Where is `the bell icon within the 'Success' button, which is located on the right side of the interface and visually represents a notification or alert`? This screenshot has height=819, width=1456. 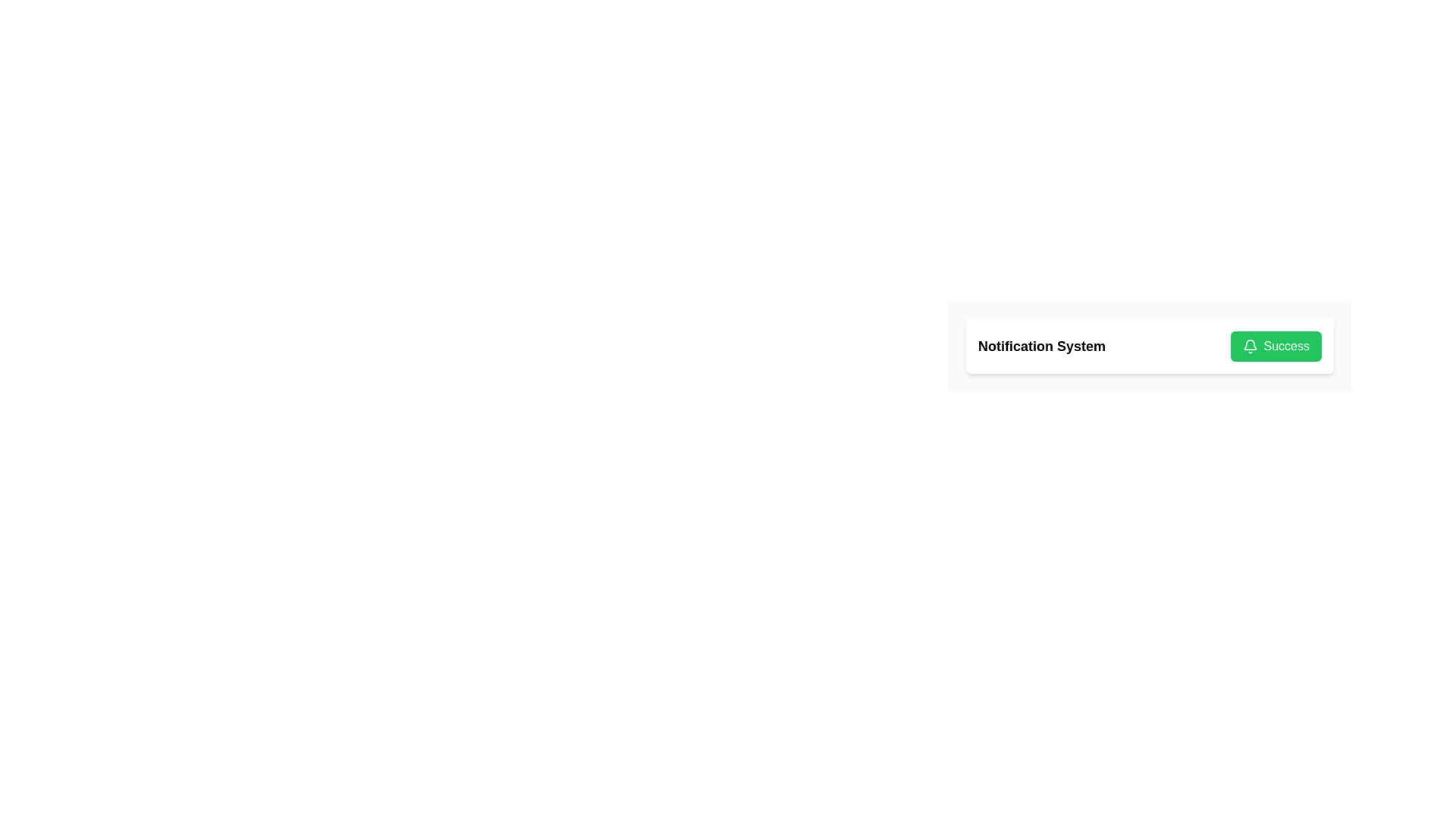 the bell icon within the 'Success' button, which is located on the right side of the interface and visually represents a notification or alert is located at coordinates (1250, 346).